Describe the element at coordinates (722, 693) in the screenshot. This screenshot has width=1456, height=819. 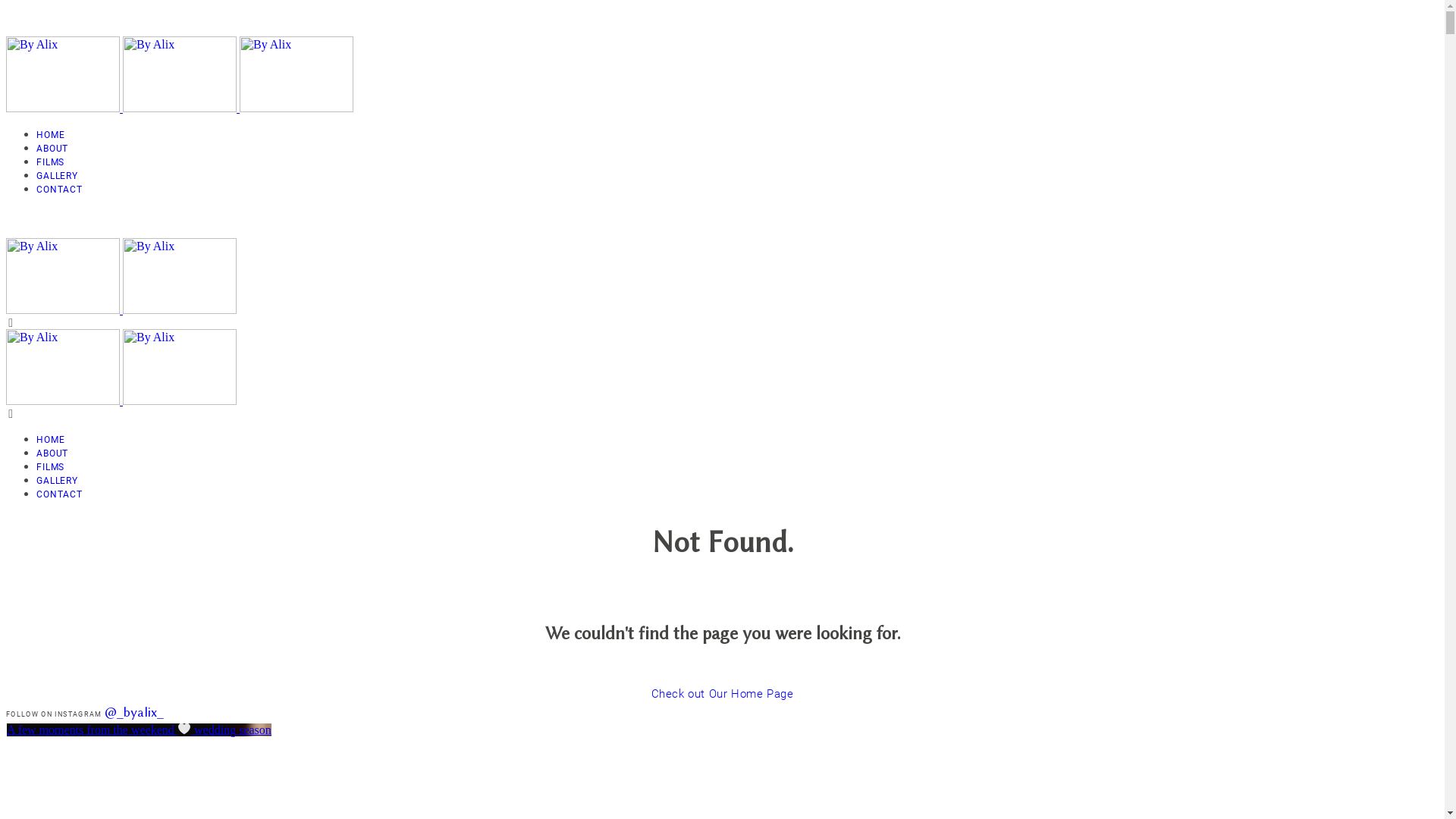
I see `'Check out Our Home Page'` at that location.